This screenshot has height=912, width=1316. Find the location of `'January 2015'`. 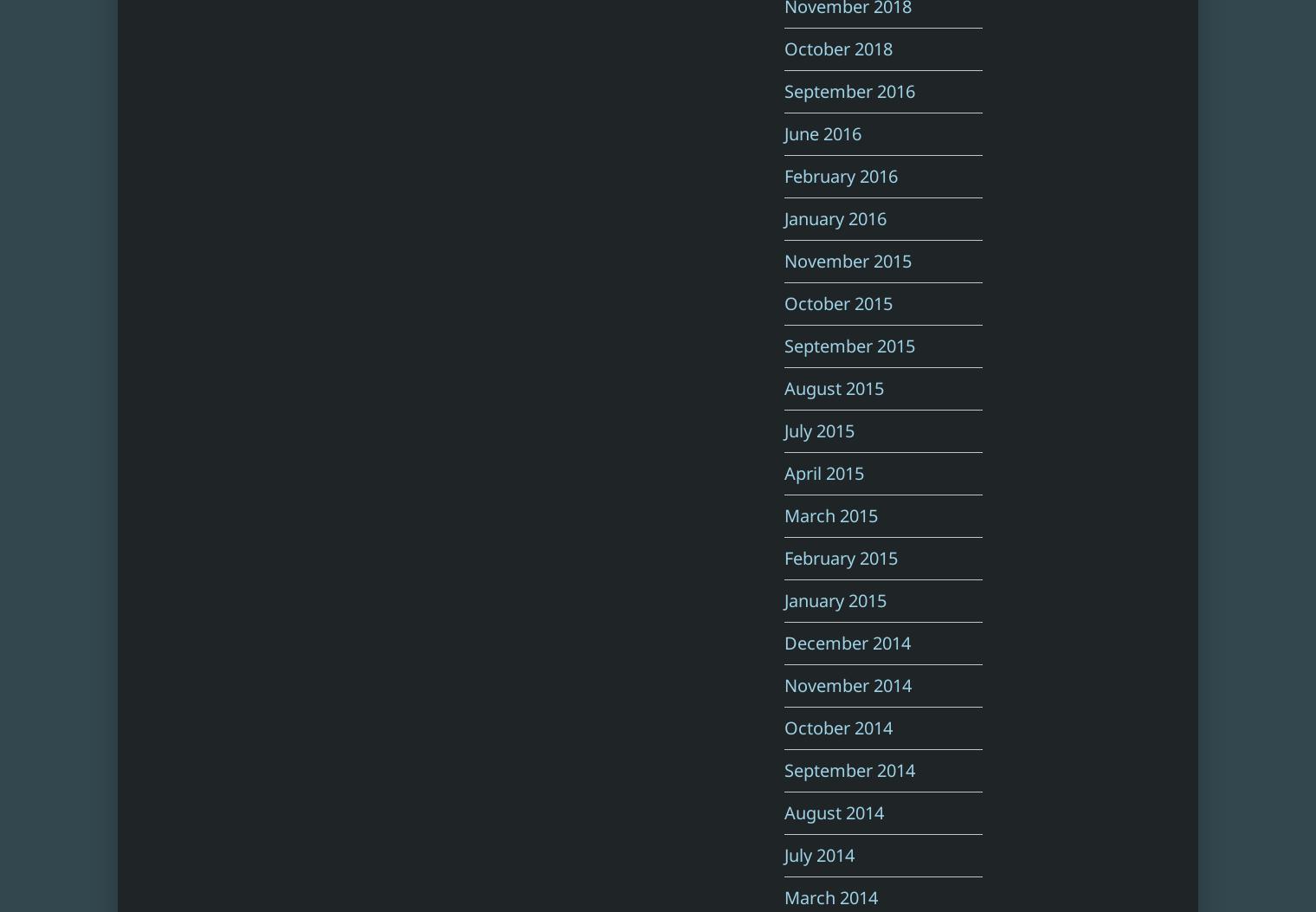

'January 2015' is located at coordinates (835, 600).